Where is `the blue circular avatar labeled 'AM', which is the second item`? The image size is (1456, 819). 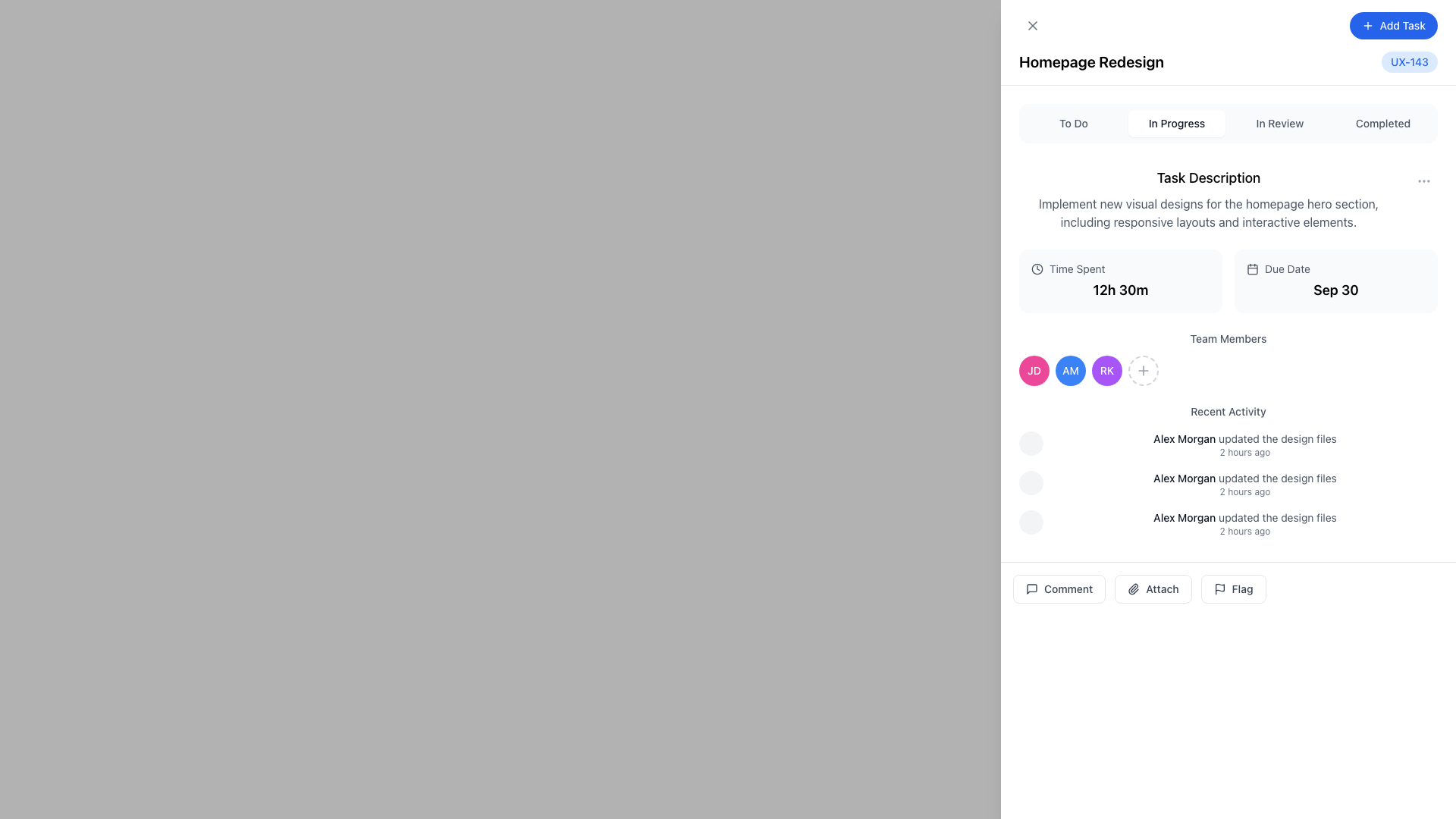 the blue circular avatar labeled 'AM', which is the second item is located at coordinates (1069, 371).